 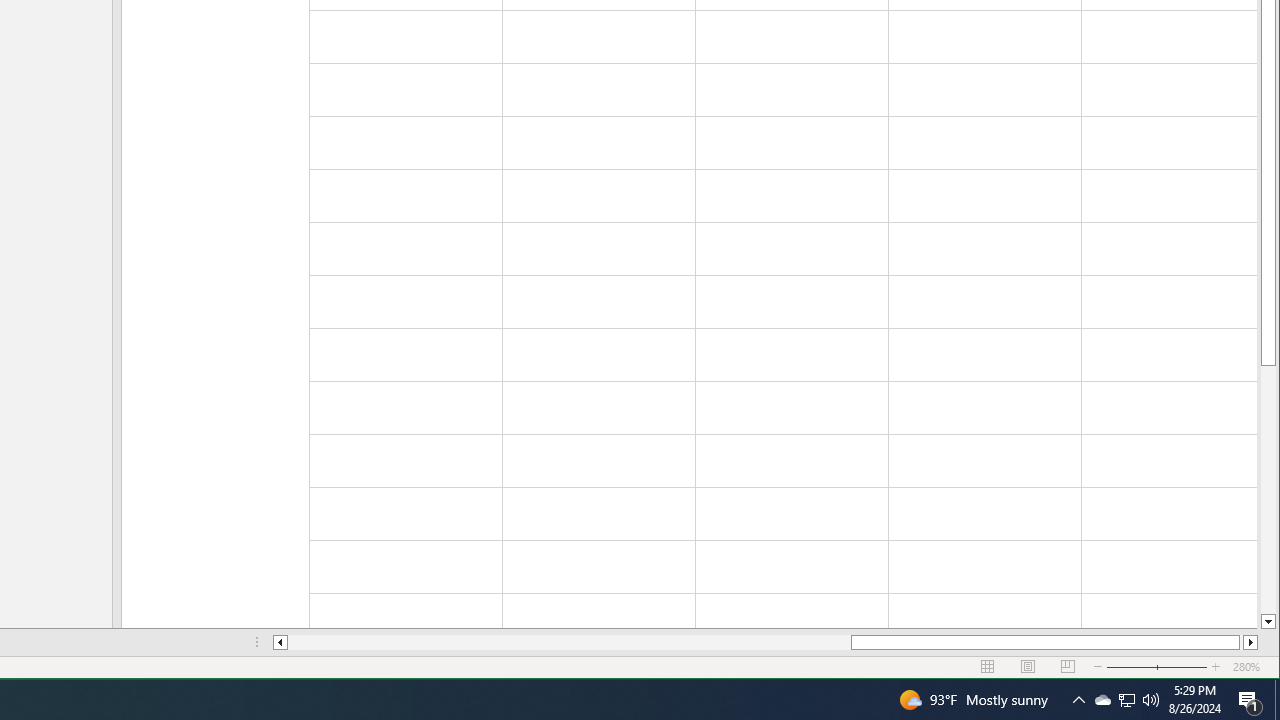 What do you see at coordinates (1151, 698) in the screenshot?
I see `'Q2790: 100%'` at bounding box center [1151, 698].